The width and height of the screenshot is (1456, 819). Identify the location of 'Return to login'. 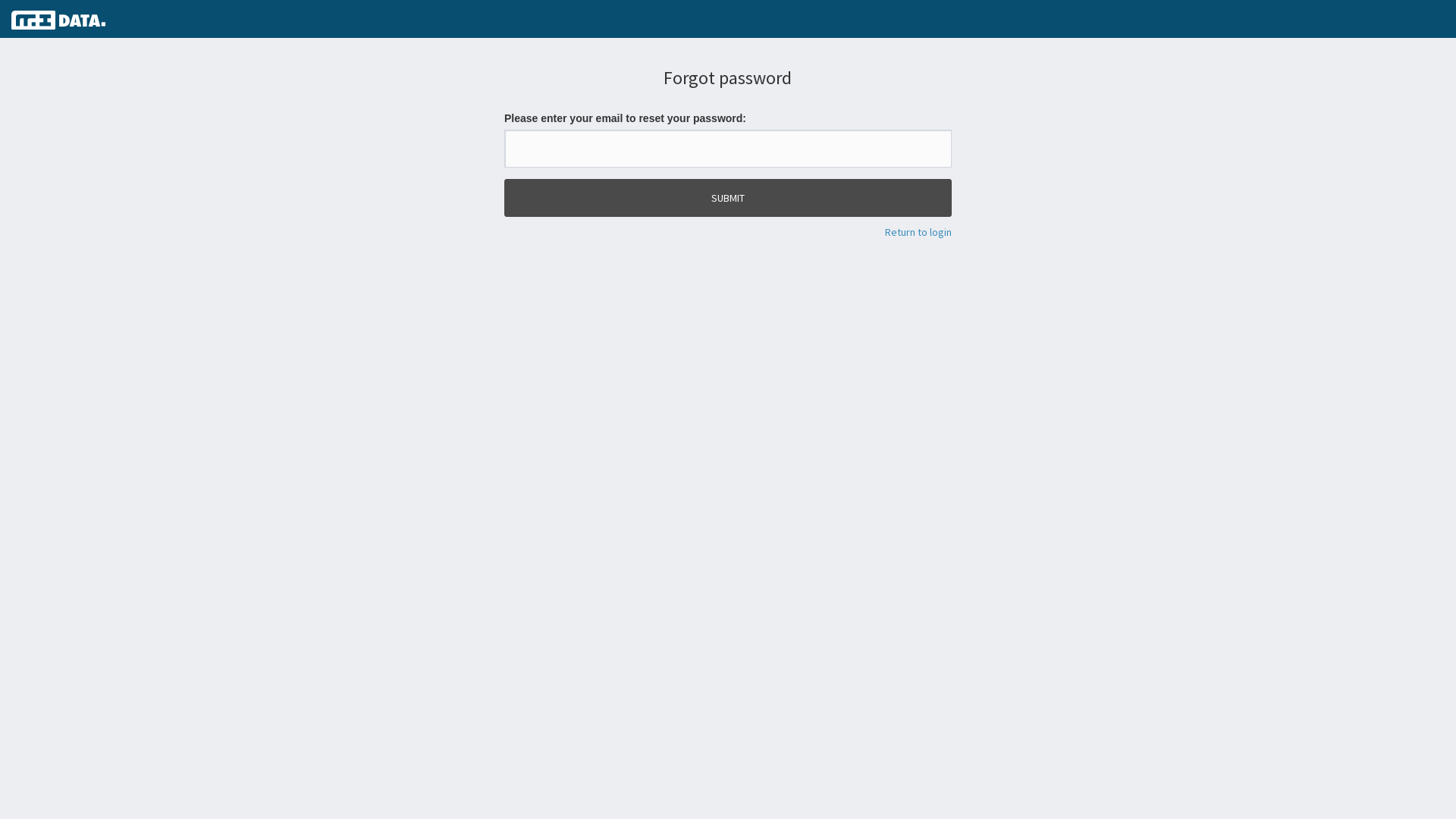
(884, 231).